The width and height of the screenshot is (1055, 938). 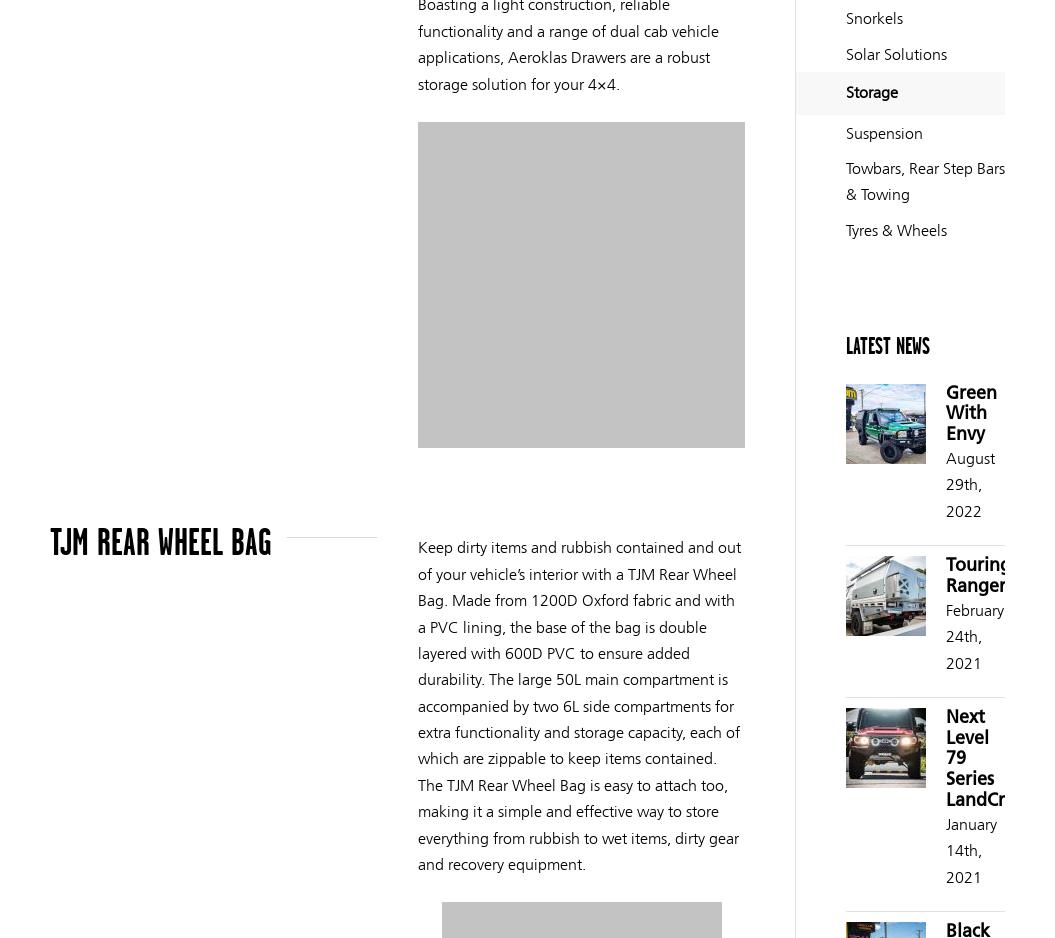 What do you see at coordinates (977, 575) in the screenshot?
I see `'Touring Ranger'` at bounding box center [977, 575].